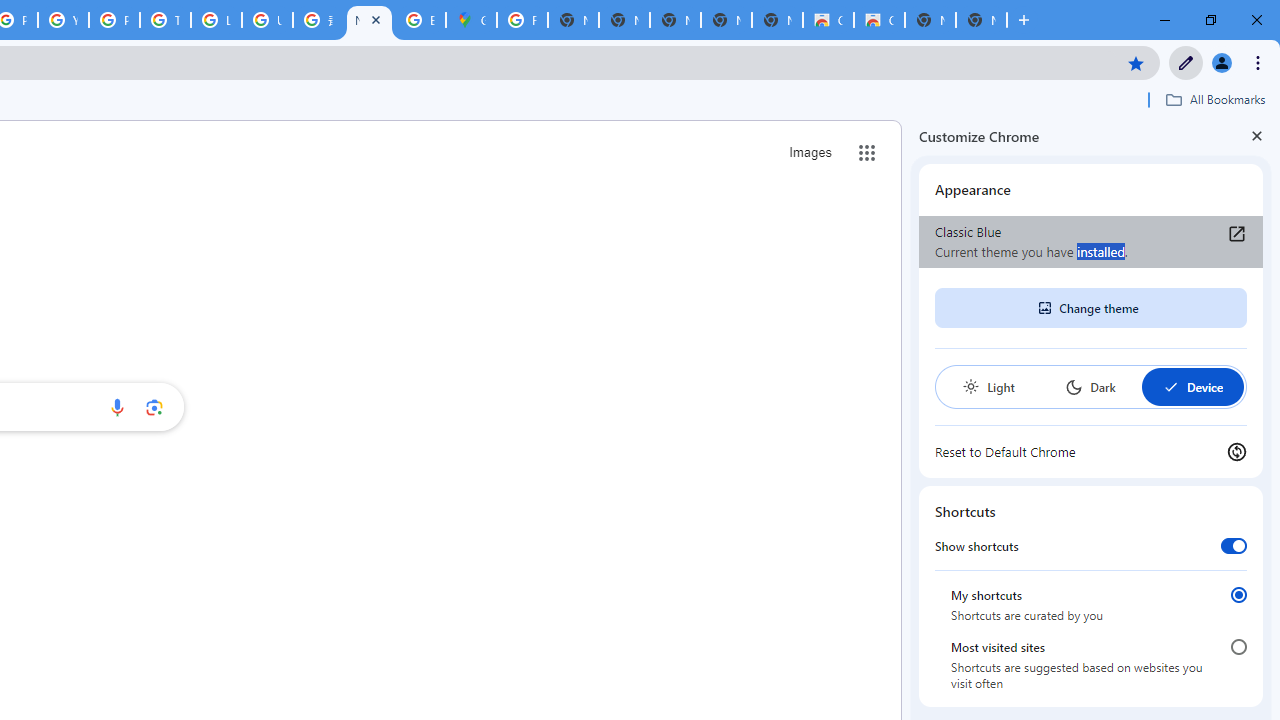  I want to click on 'New Tab', so click(369, 20).